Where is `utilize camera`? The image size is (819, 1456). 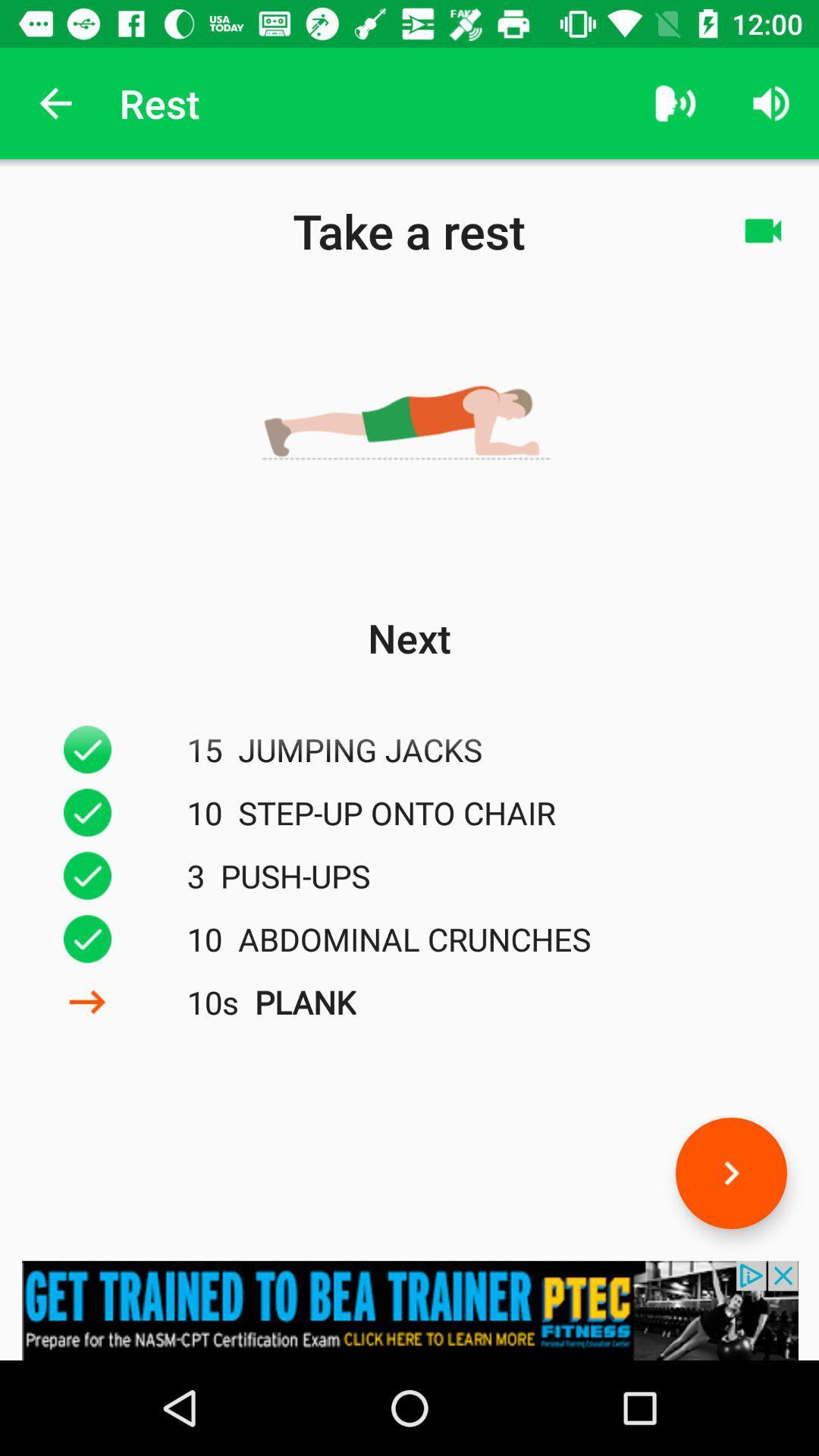
utilize camera is located at coordinates (763, 230).